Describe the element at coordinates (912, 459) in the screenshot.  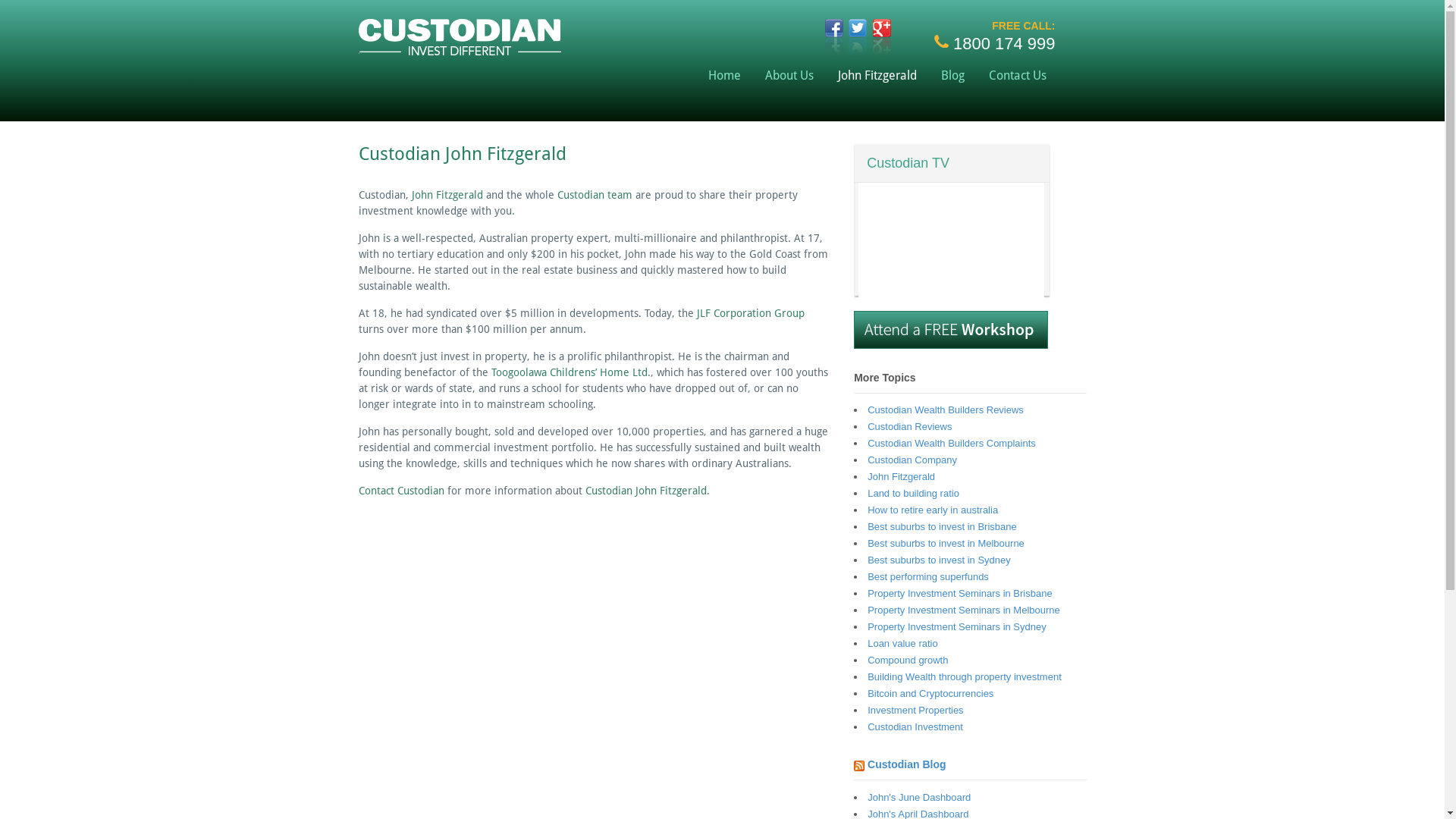
I see `'Custodian Company'` at that location.